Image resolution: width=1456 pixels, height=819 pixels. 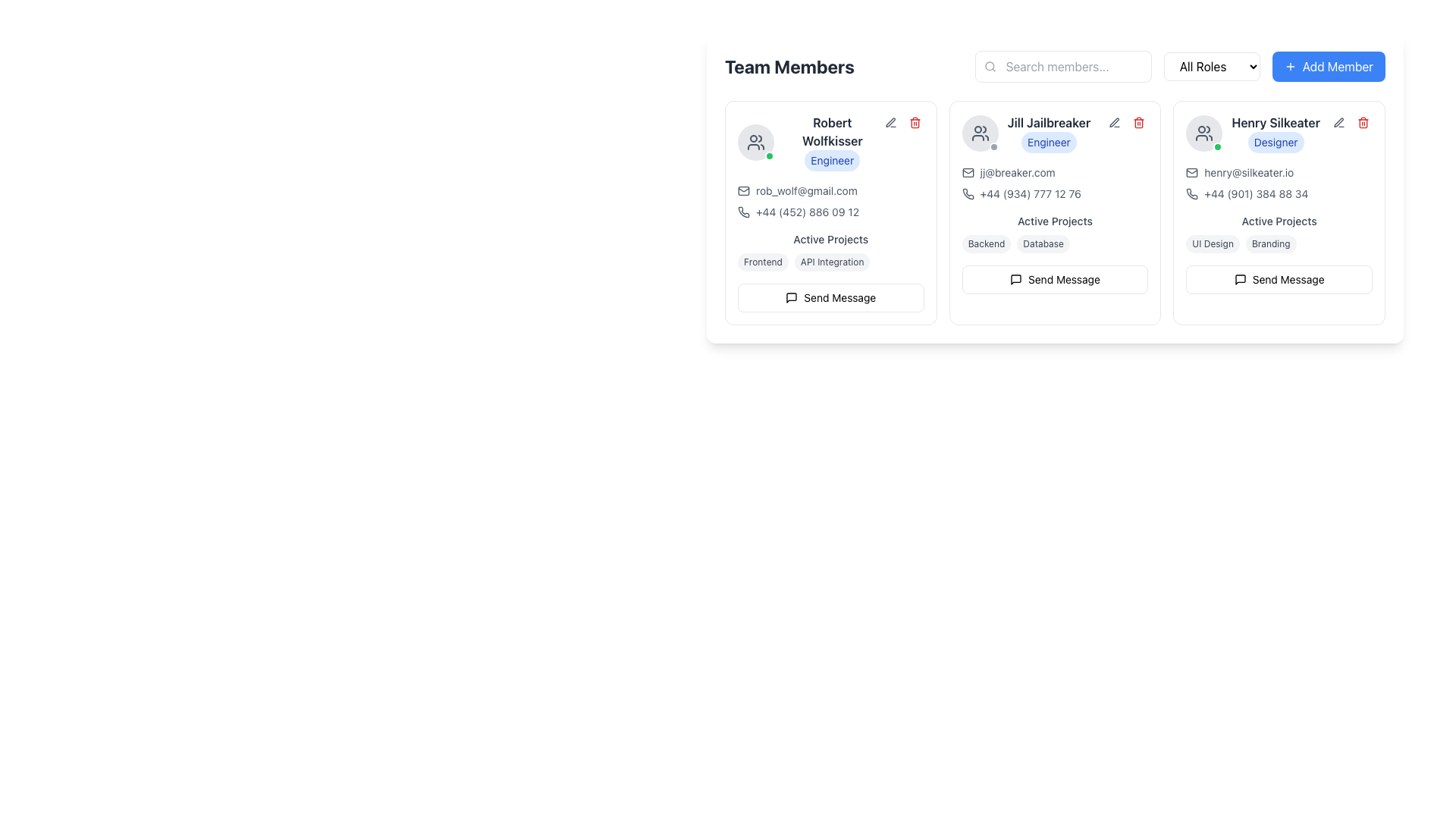 I want to click on the phone icon located at the top left corner of the contact information section of the first team member card, adjacent to the phone number '+44 (452) 886 09 12', so click(x=743, y=212).